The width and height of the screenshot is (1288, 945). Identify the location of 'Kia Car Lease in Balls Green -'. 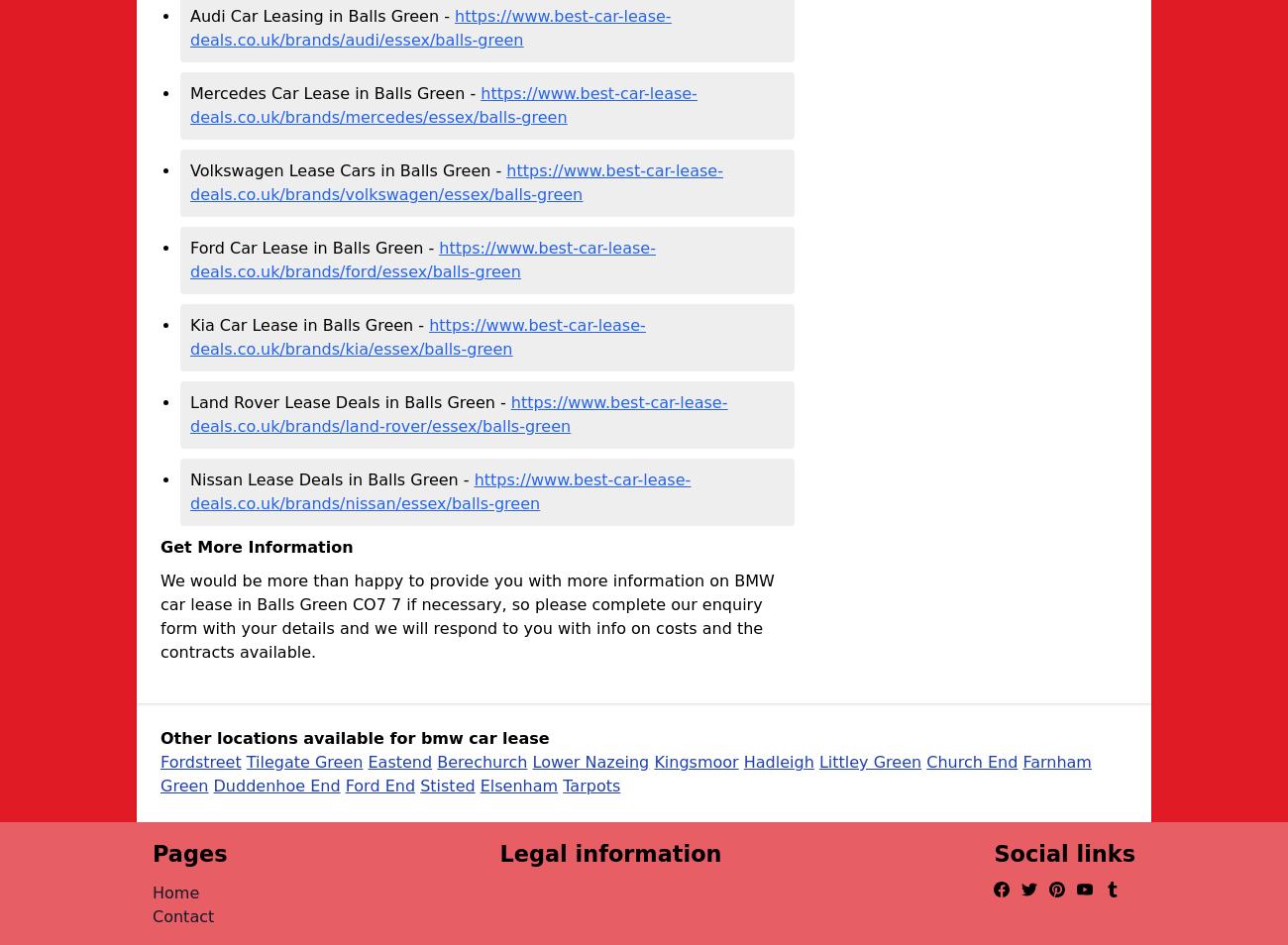
(309, 325).